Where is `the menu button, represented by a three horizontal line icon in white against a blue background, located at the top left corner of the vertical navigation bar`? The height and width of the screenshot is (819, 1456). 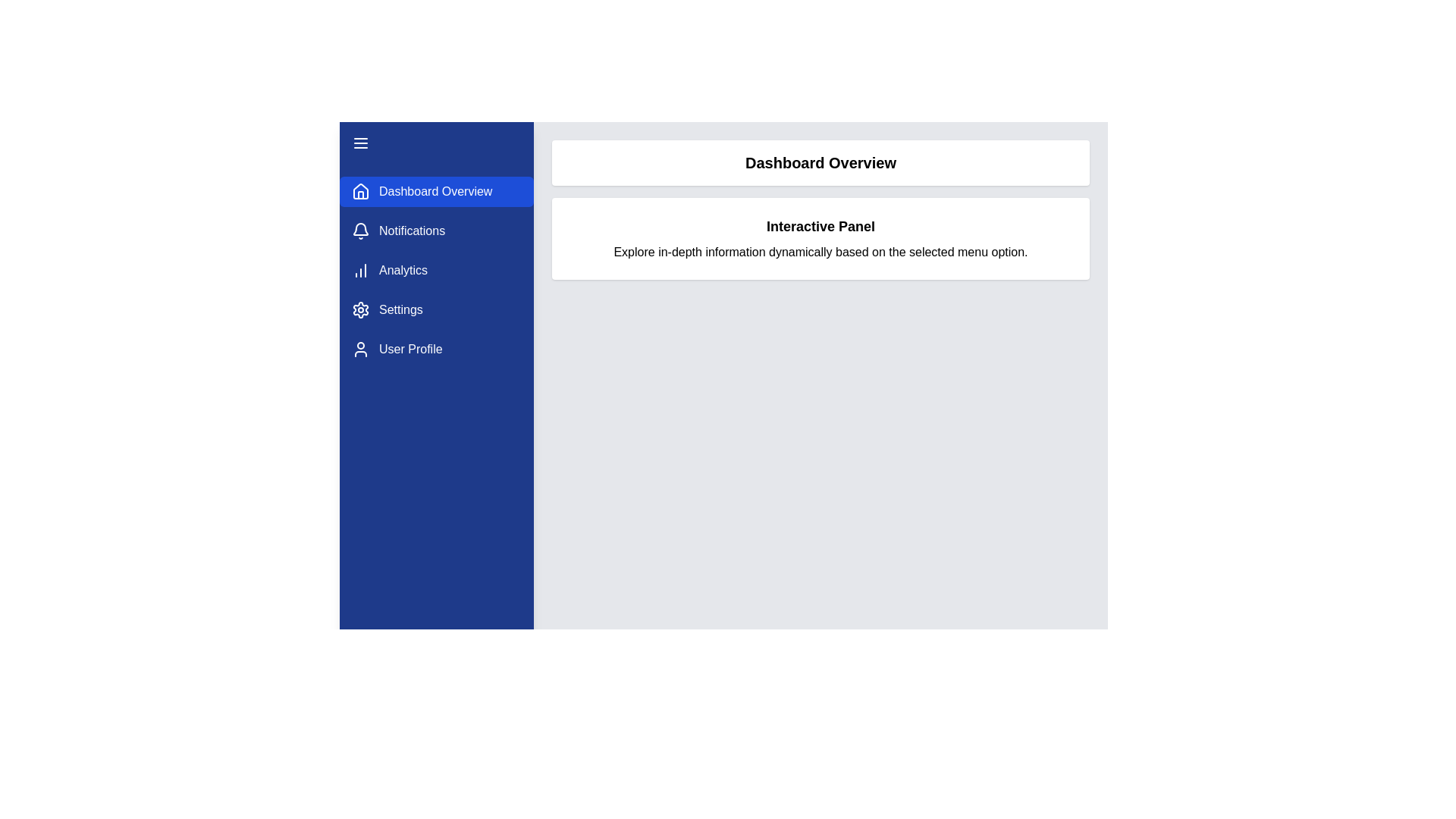 the menu button, represented by a three horizontal line icon in white against a blue background, located at the top left corner of the vertical navigation bar is located at coordinates (359, 143).